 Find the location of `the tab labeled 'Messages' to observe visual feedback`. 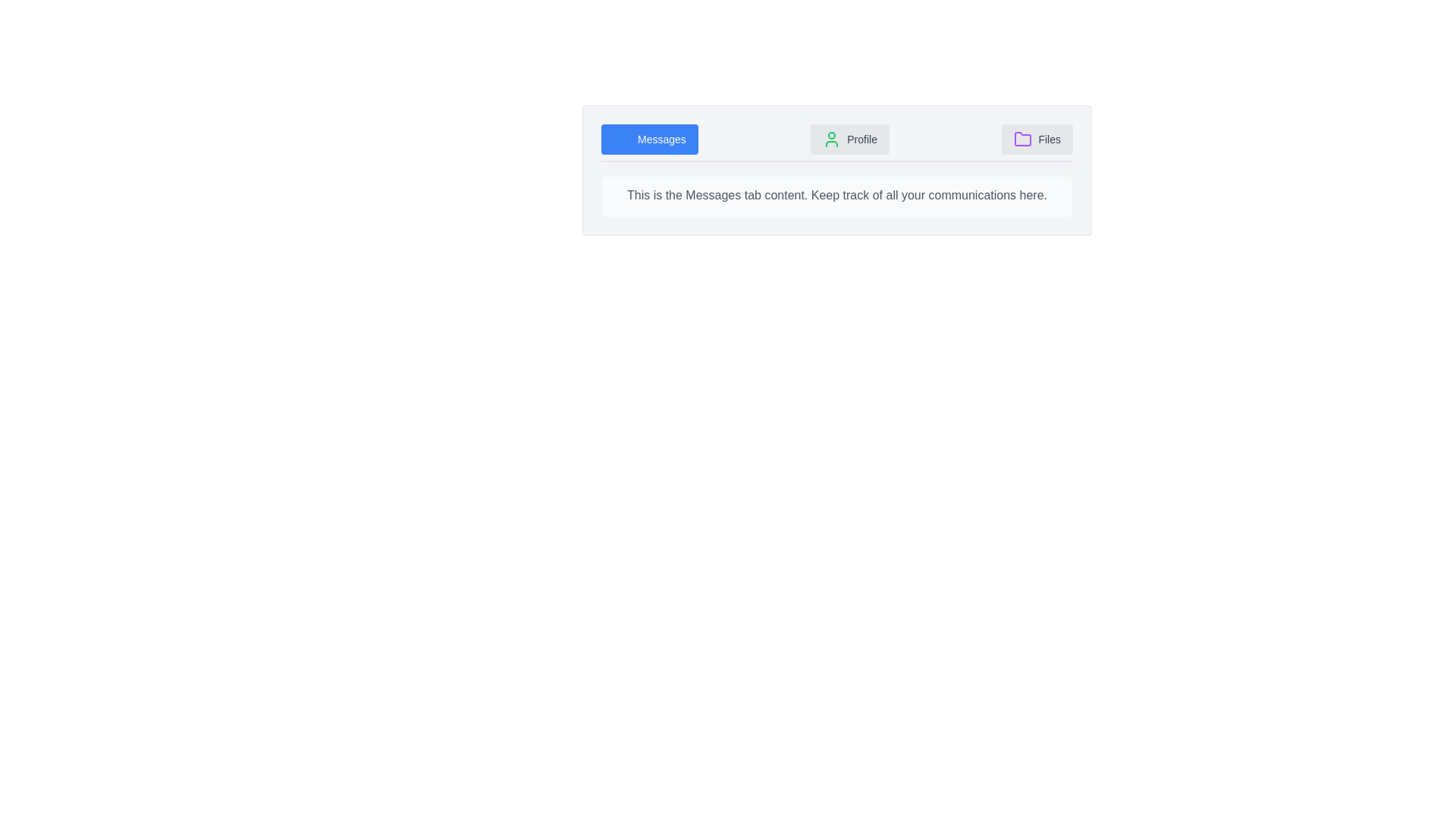

the tab labeled 'Messages' to observe visual feedback is located at coordinates (649, 140).